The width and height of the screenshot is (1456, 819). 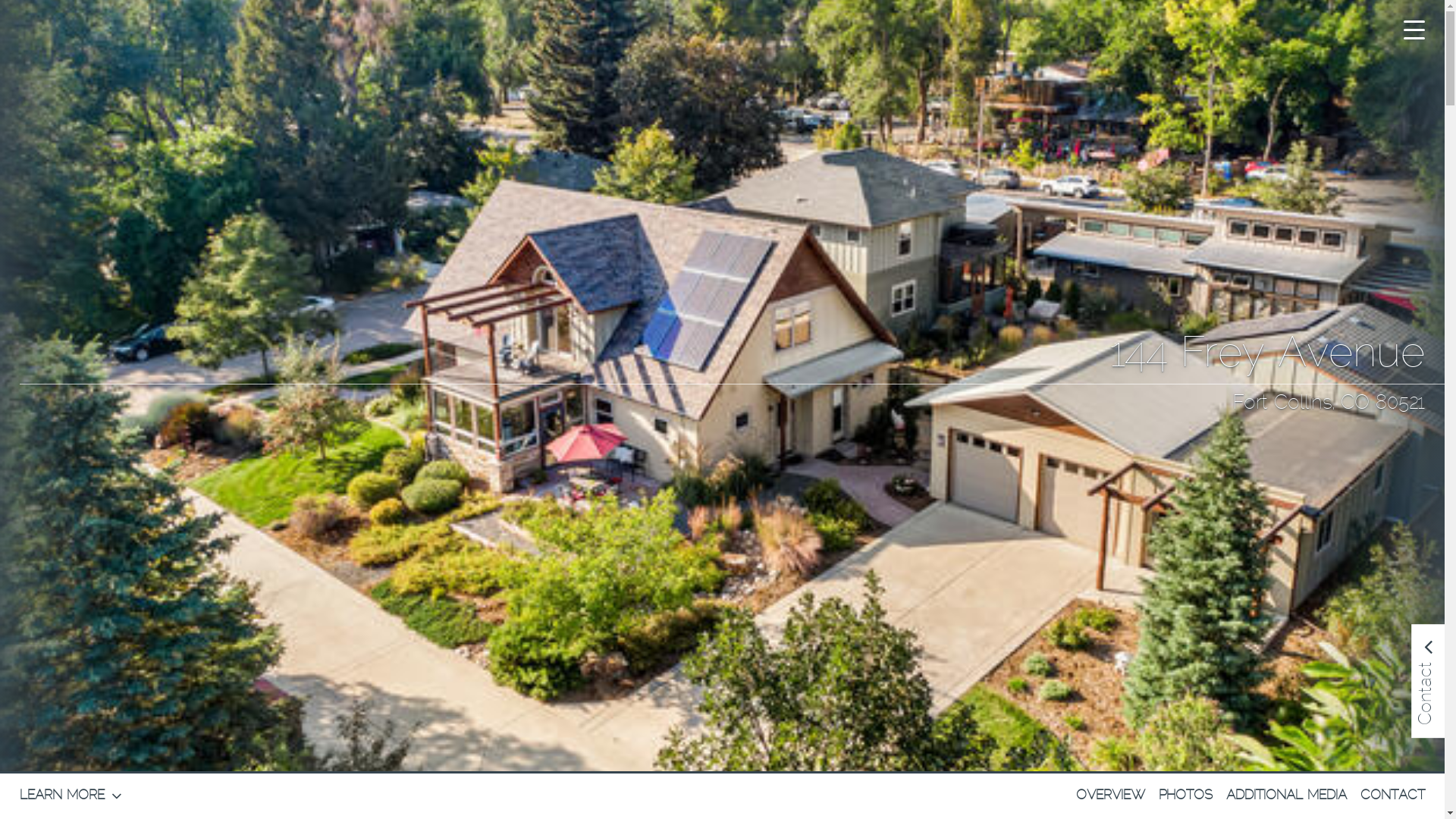 I want to click on 'ADDITIONAL MEDIA', so click(x=1226, y=795).